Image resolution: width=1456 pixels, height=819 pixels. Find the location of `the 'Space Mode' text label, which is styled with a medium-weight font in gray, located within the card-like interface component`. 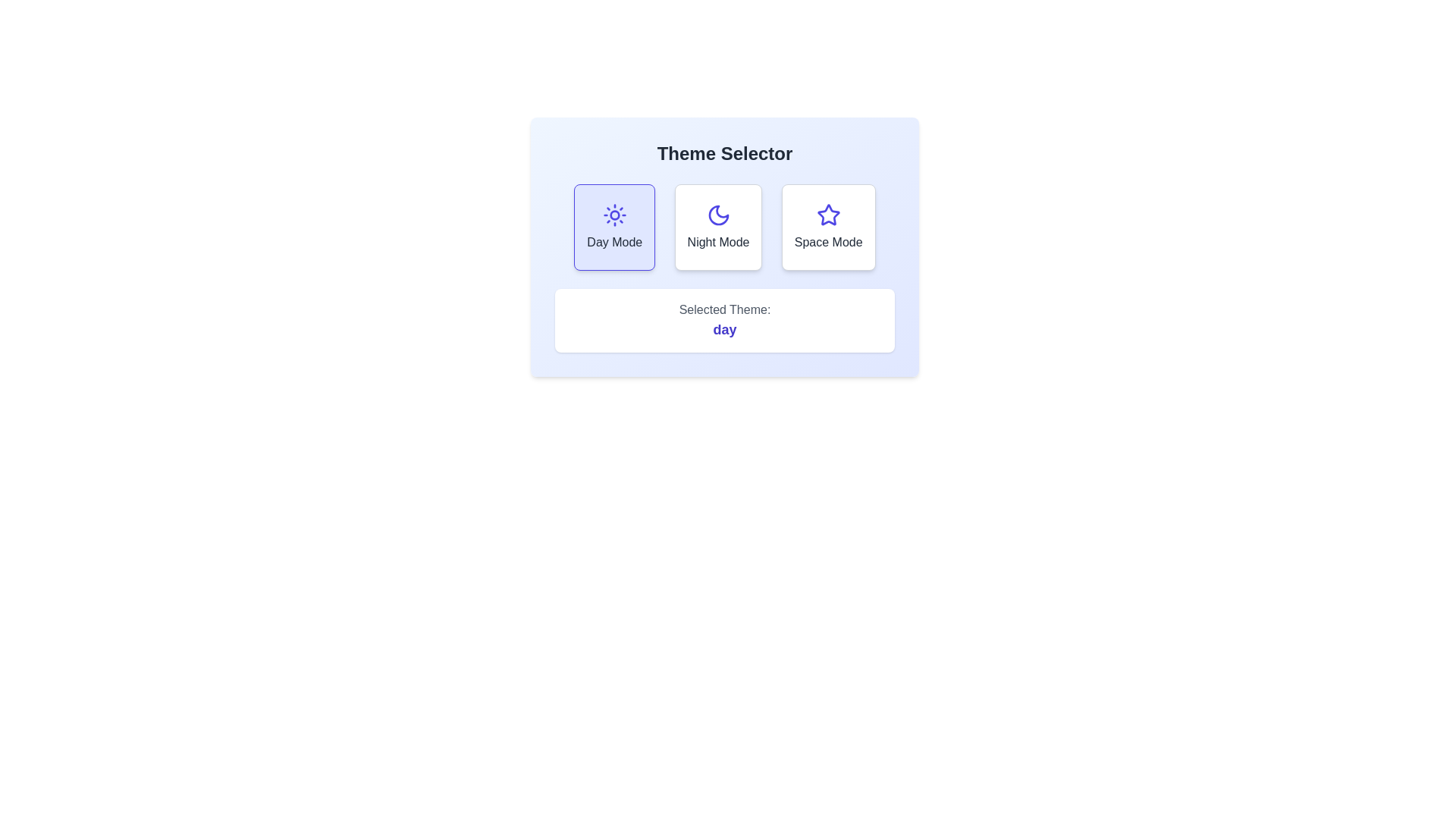

the 'Space Mode' text label, which is styled with a medium-weight font in gray, located within the card-like interface component is located at coordinates (827, 242).